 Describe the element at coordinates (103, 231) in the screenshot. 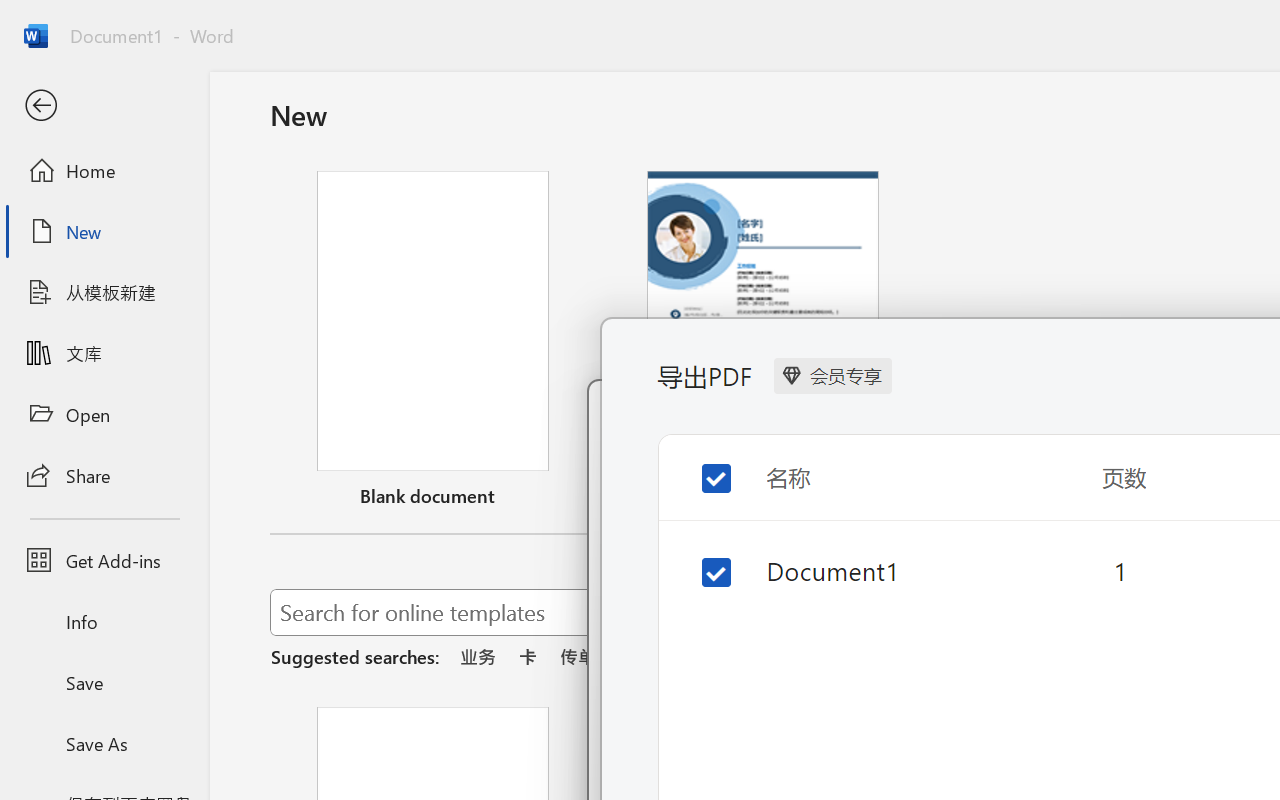

I see `'New'` at that location.